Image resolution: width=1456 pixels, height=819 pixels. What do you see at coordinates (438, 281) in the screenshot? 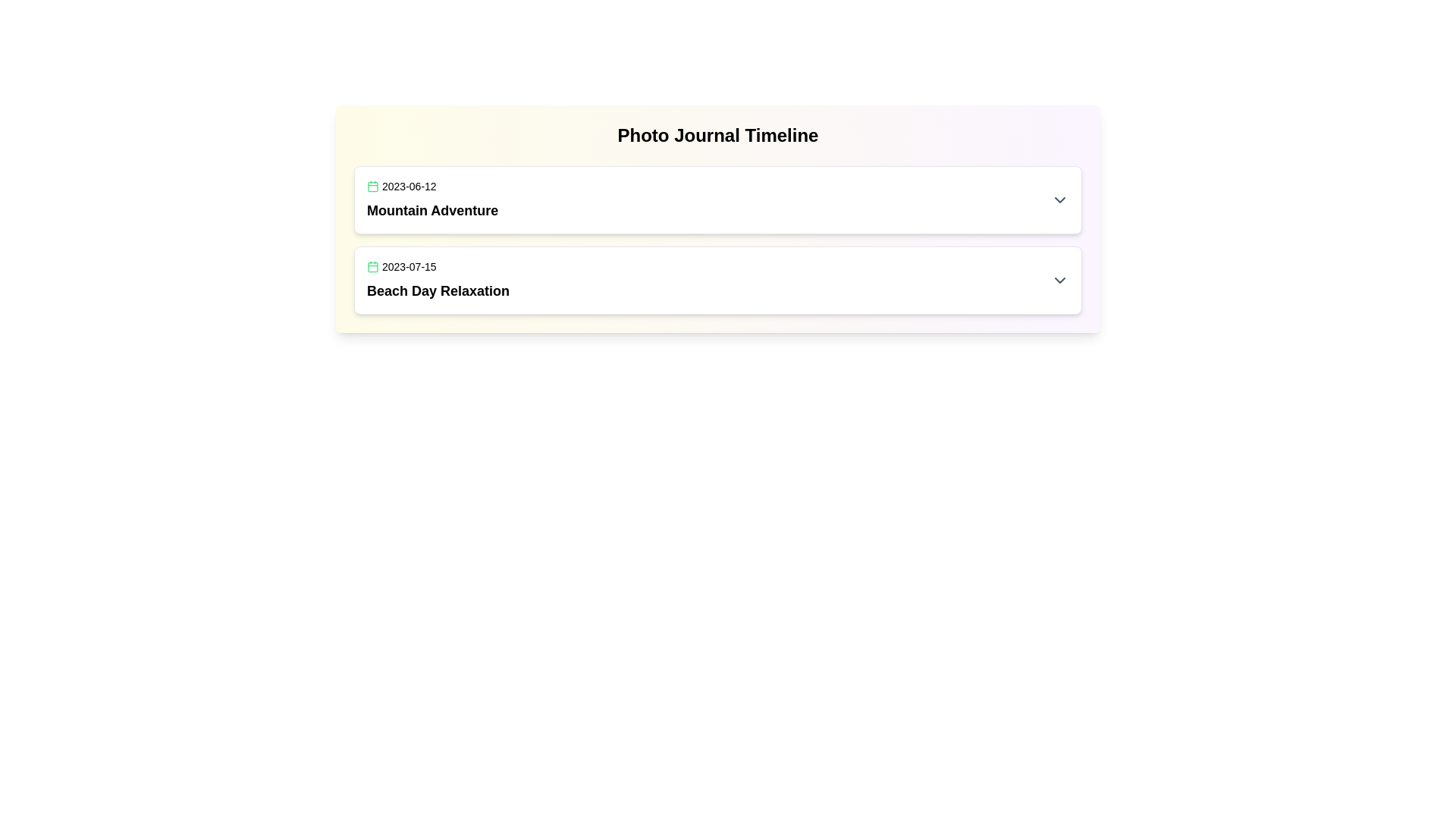
I see `the text label displaying 'Beach Day Relaxation' and the date '2023-07-15', located beneath the 'Mountain Adventure' entry in the 'Photo Journal Timeline'` at bounding box center [438, 281].